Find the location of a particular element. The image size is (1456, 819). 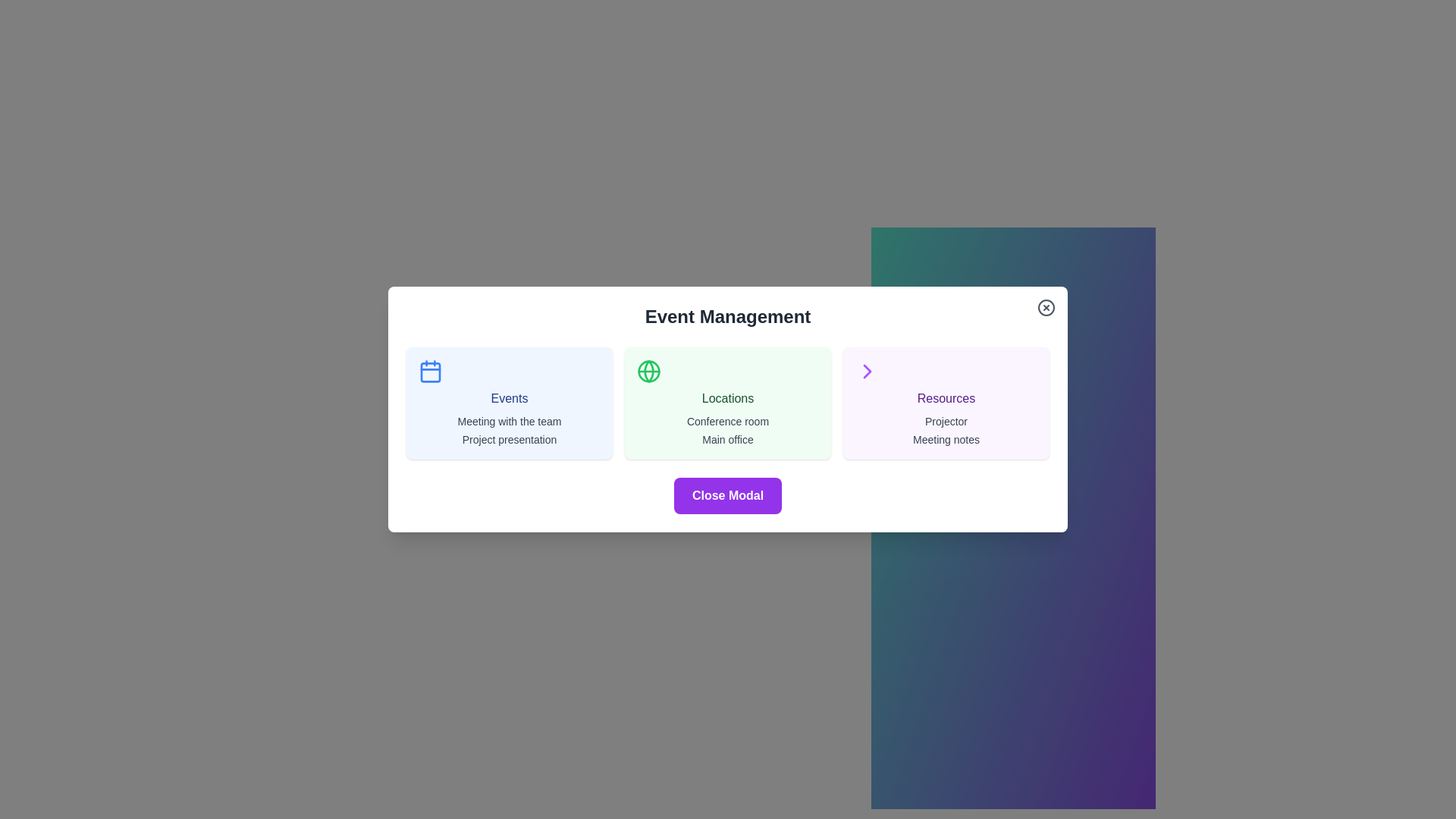

the 'Locations' header text is located at coordinates (728, 397).